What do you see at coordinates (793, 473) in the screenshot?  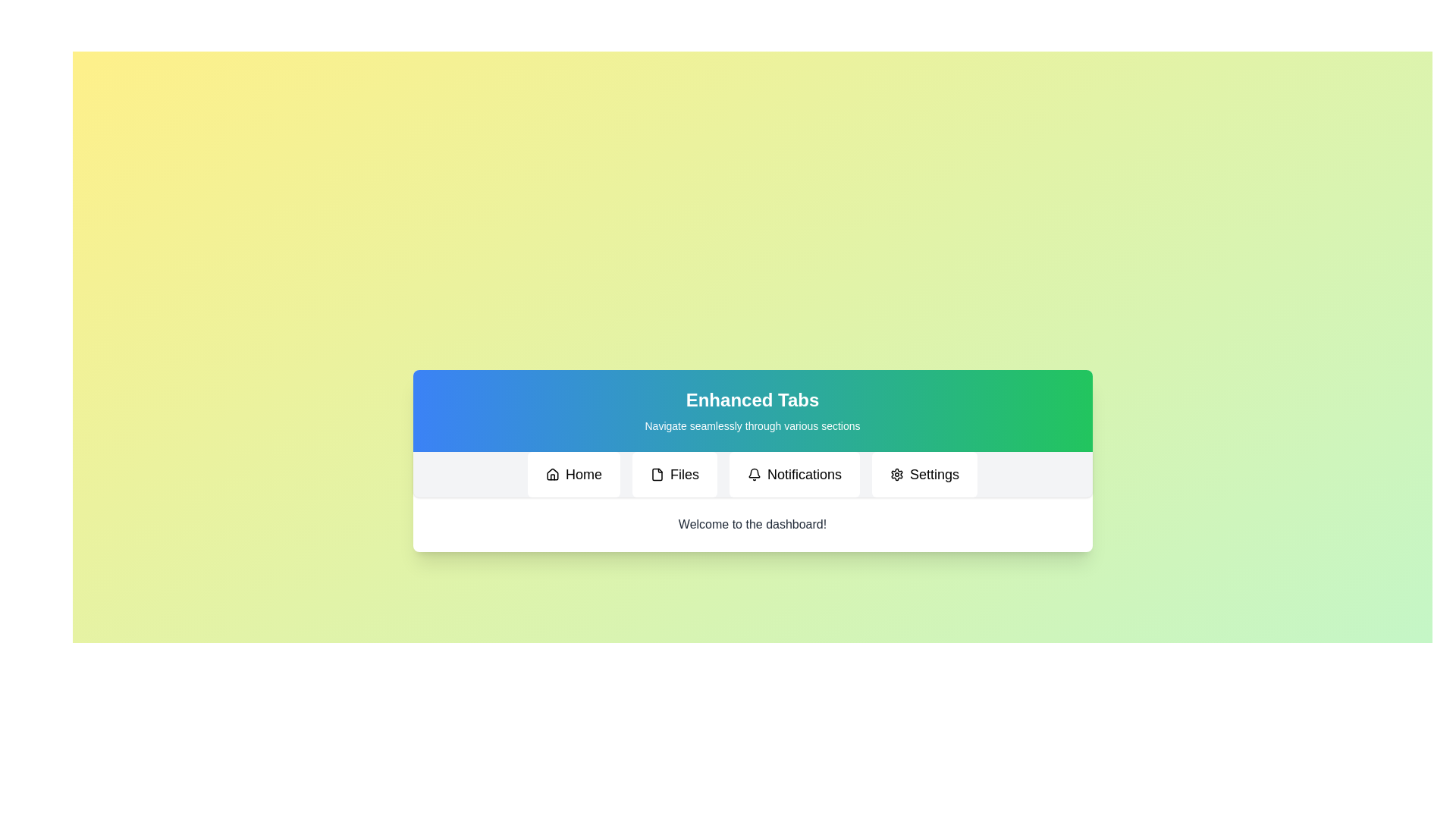 I see `the third tab in the horizontal tab bar` at bounding box center [793, 473].